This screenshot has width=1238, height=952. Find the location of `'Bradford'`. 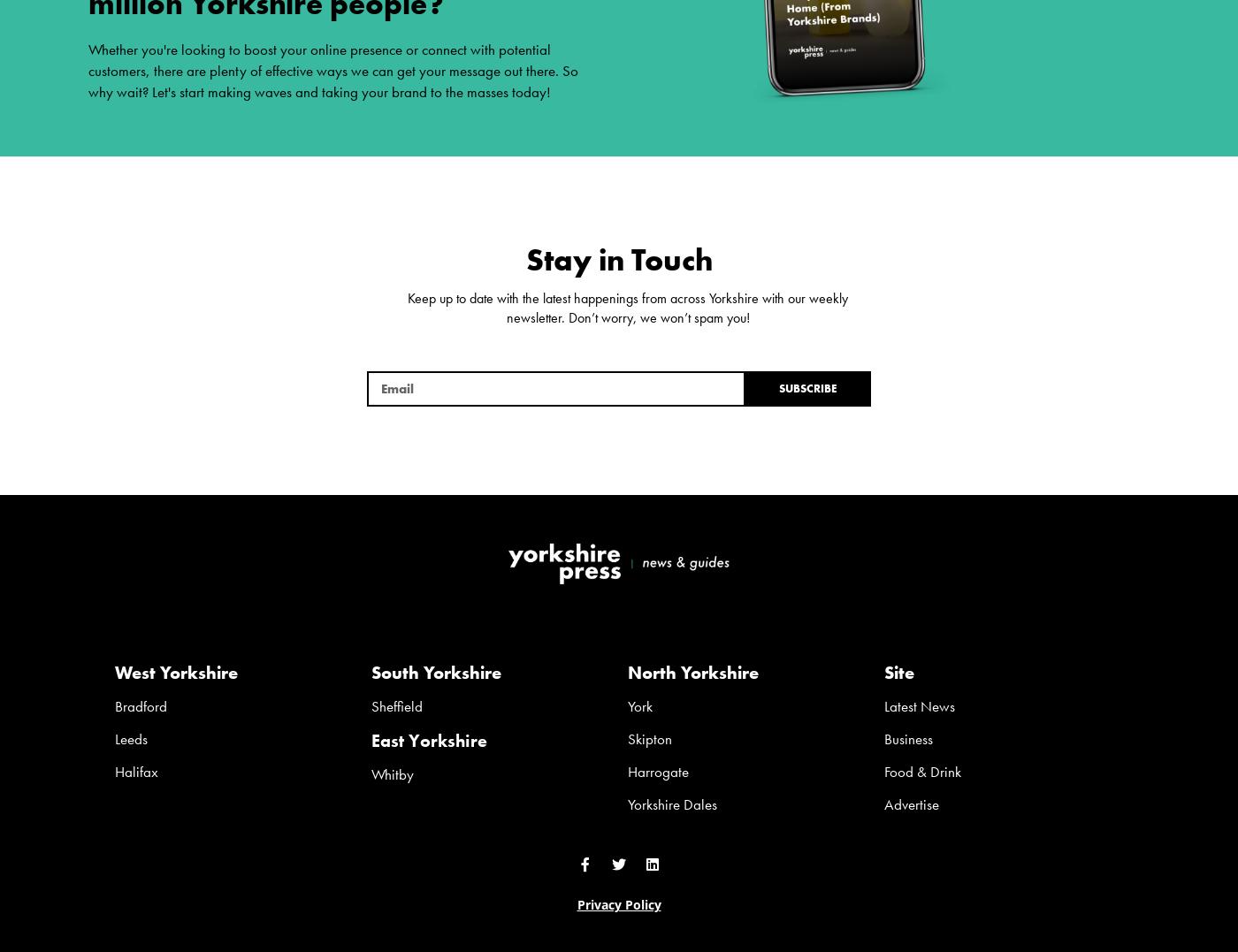

'Bradford' is located at coordinates (141, 704).